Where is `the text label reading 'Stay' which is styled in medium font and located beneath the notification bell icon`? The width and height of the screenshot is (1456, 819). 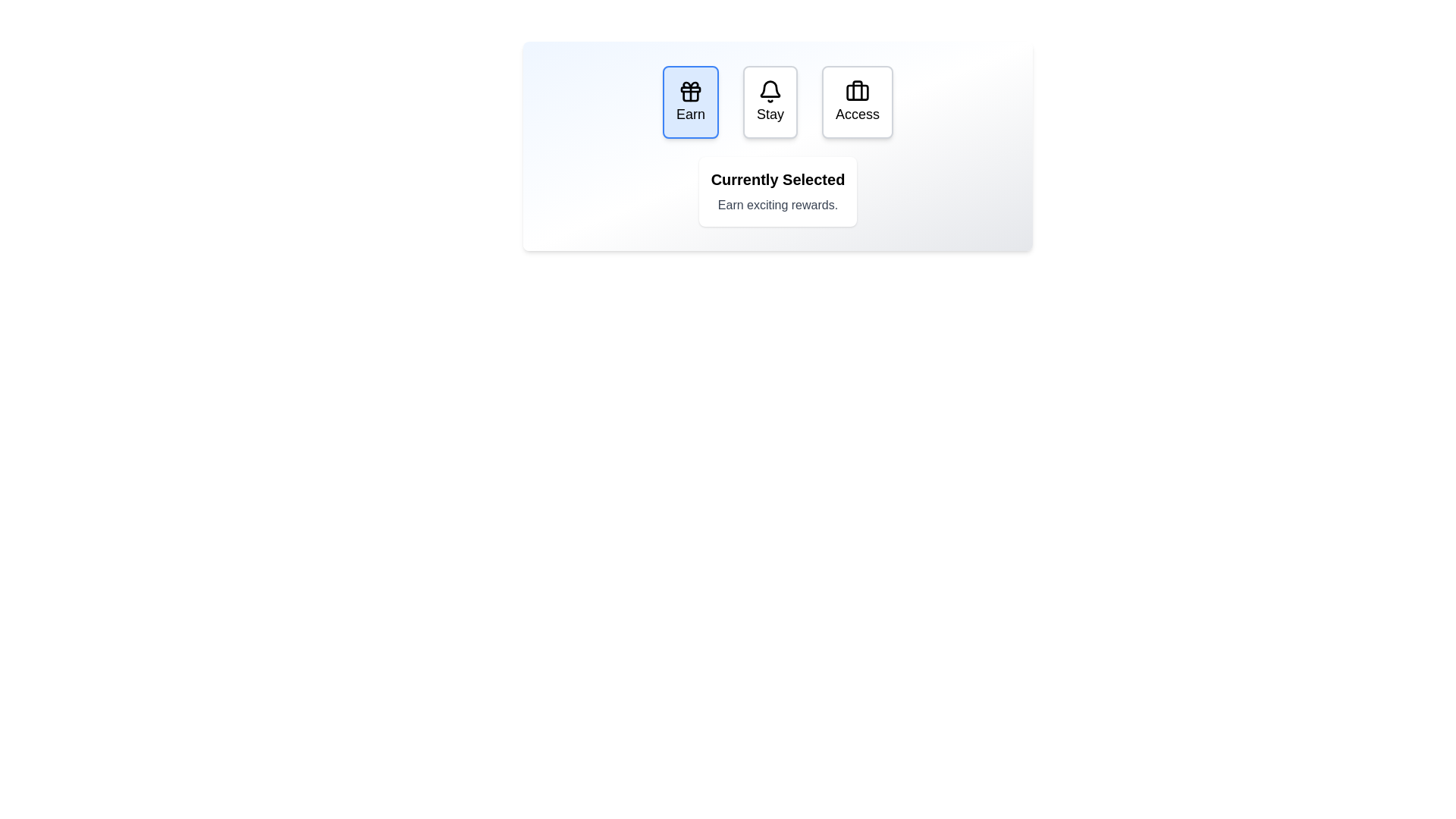
the text label reading 'Stay' which is styled in medium font and located beneath the notification bell icon is located at coordinates (770, 113).